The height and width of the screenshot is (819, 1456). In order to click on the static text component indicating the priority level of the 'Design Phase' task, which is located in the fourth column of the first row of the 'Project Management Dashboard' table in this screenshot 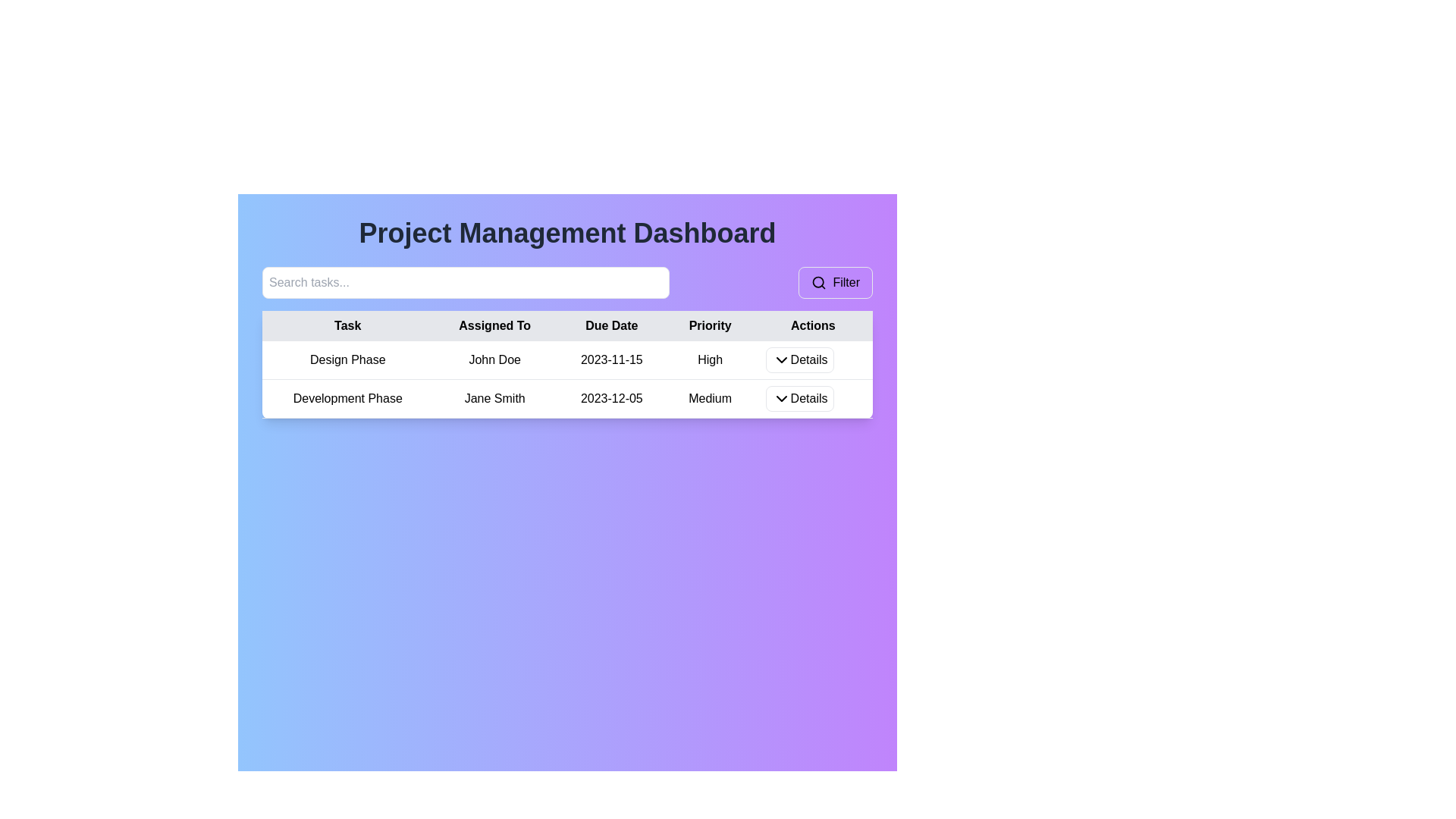, I will do `click(709, 360)`.